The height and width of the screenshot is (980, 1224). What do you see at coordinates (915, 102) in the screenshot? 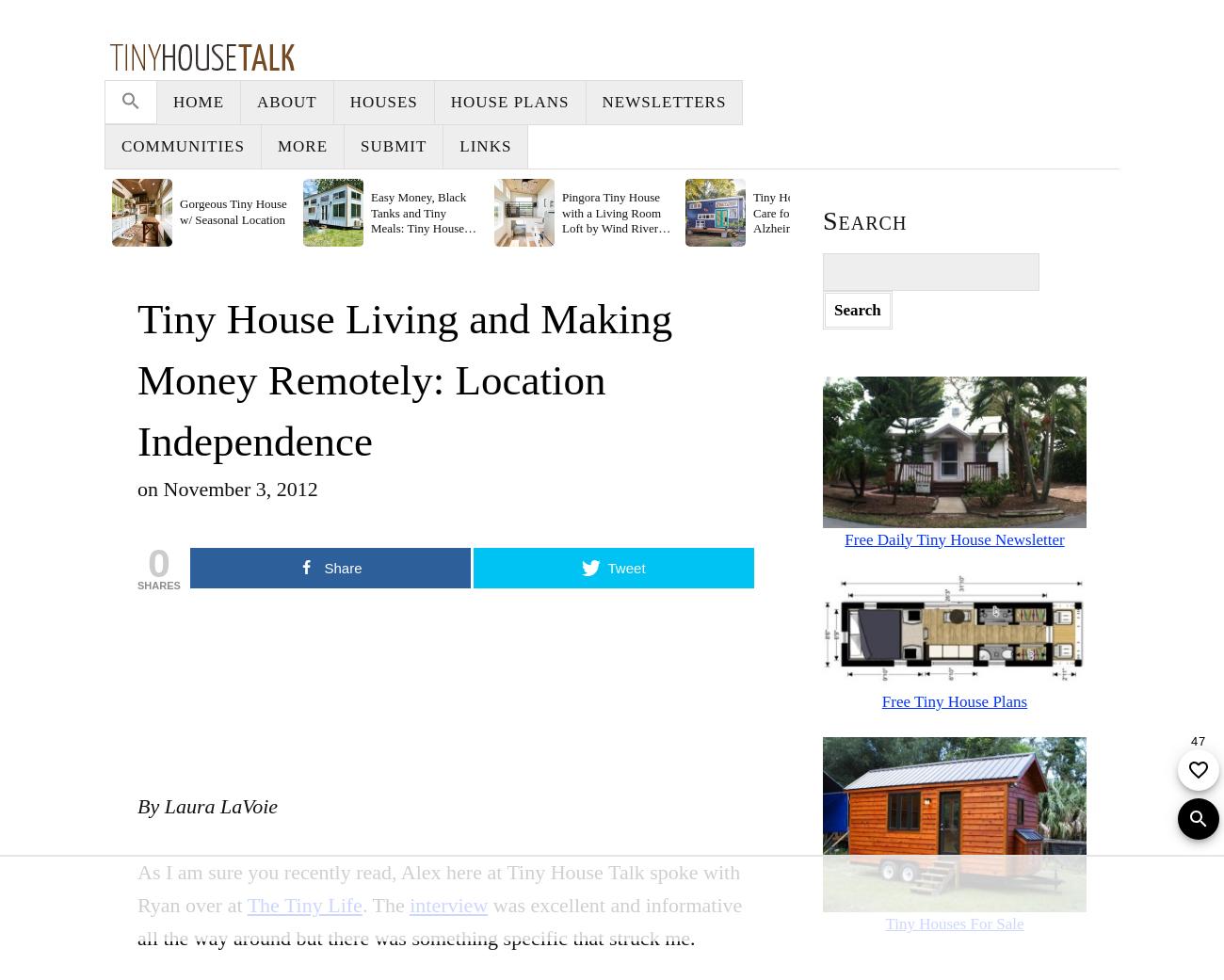
I see `'More'` at bounding box center [915, 102].